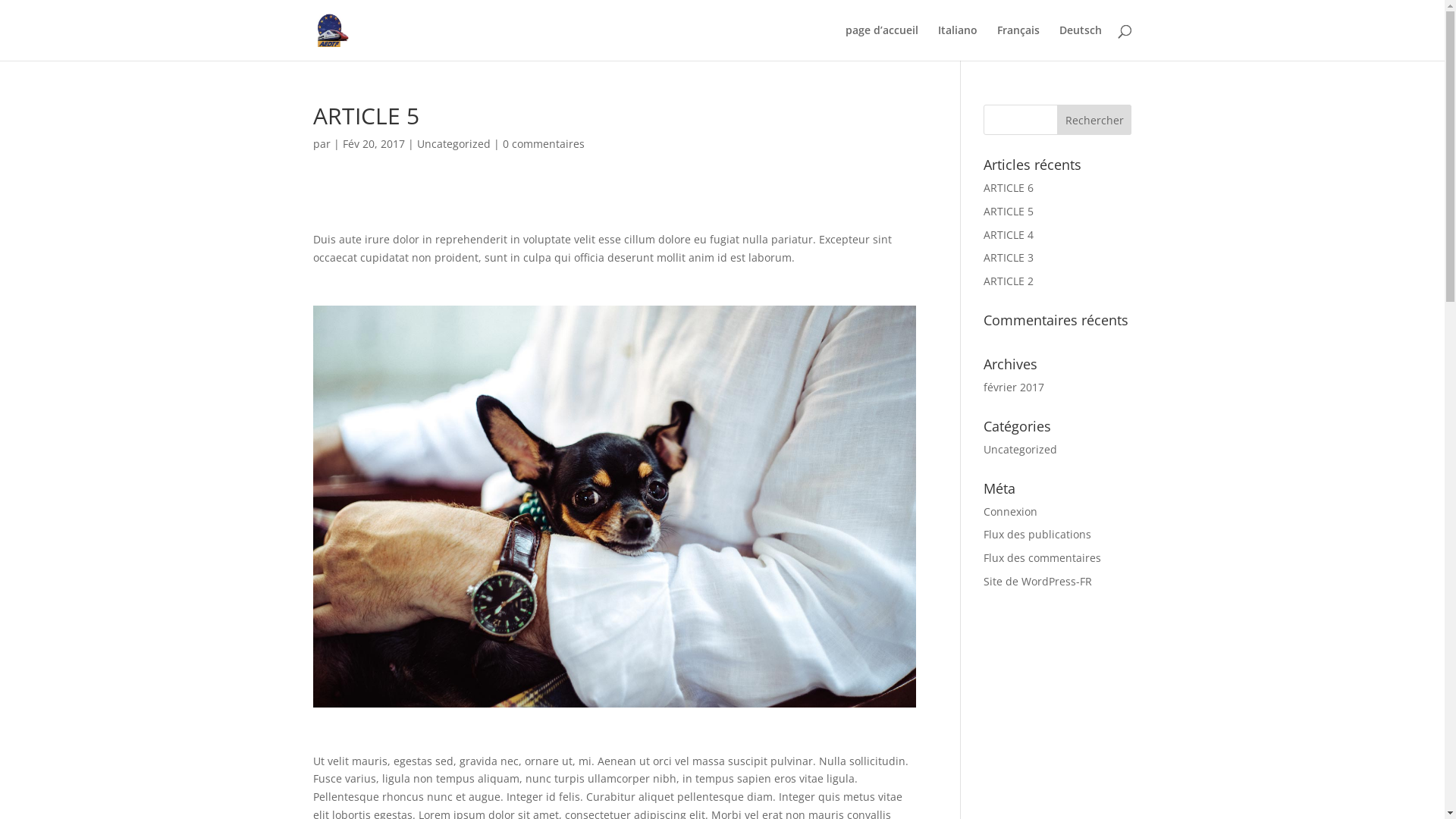 This screenshot has height=819, width=1456. What do you see at coordinates (453, 143) in the screenshot?
I see `'Uncategorized'` at bounding box center [453, 143].